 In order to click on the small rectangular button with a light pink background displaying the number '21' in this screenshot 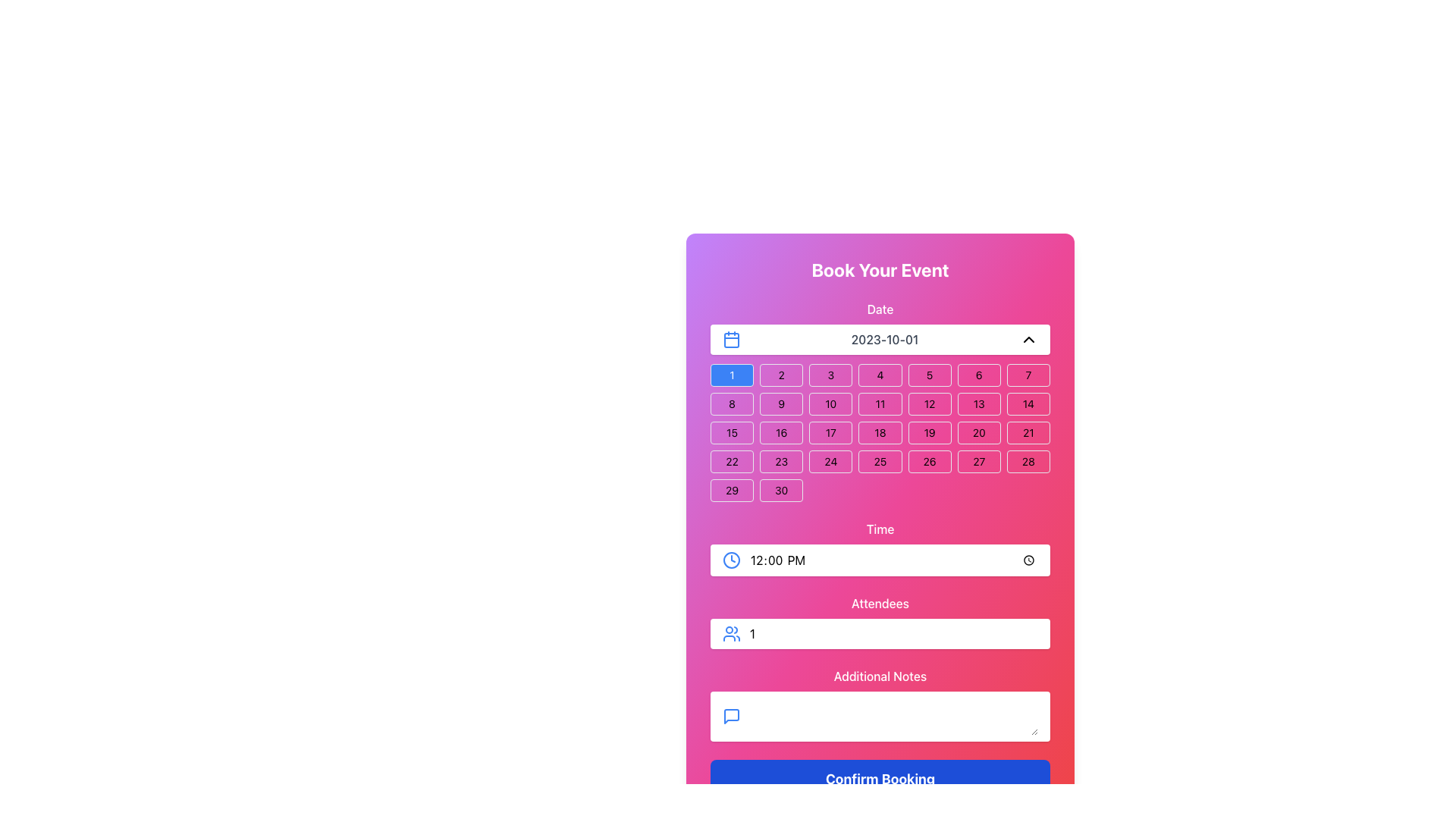, I will do `click(1028, 432)`.